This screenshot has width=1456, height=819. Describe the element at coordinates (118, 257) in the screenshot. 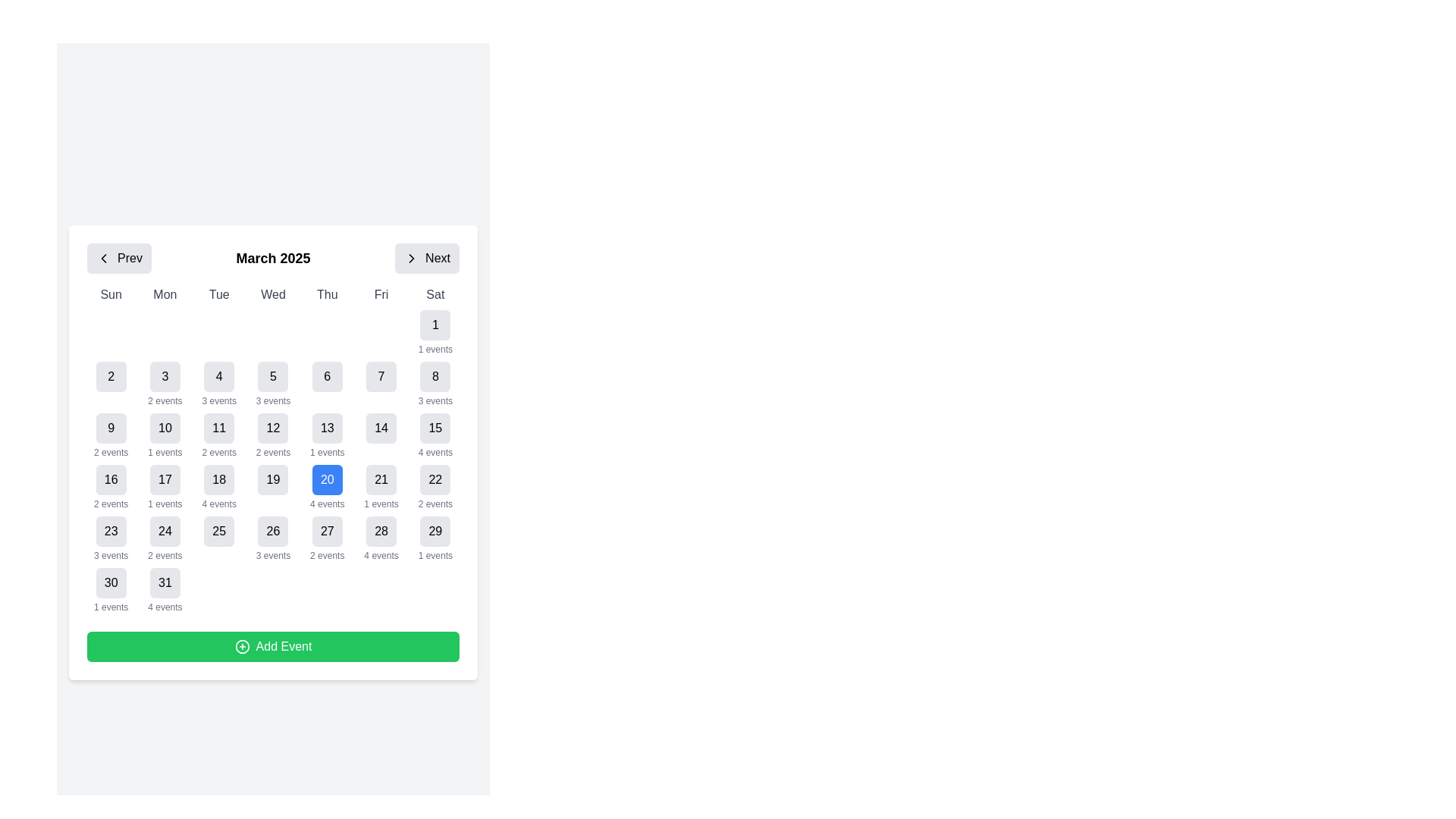

I see `the navigation button located at the top left of the calendar header section` at that location.